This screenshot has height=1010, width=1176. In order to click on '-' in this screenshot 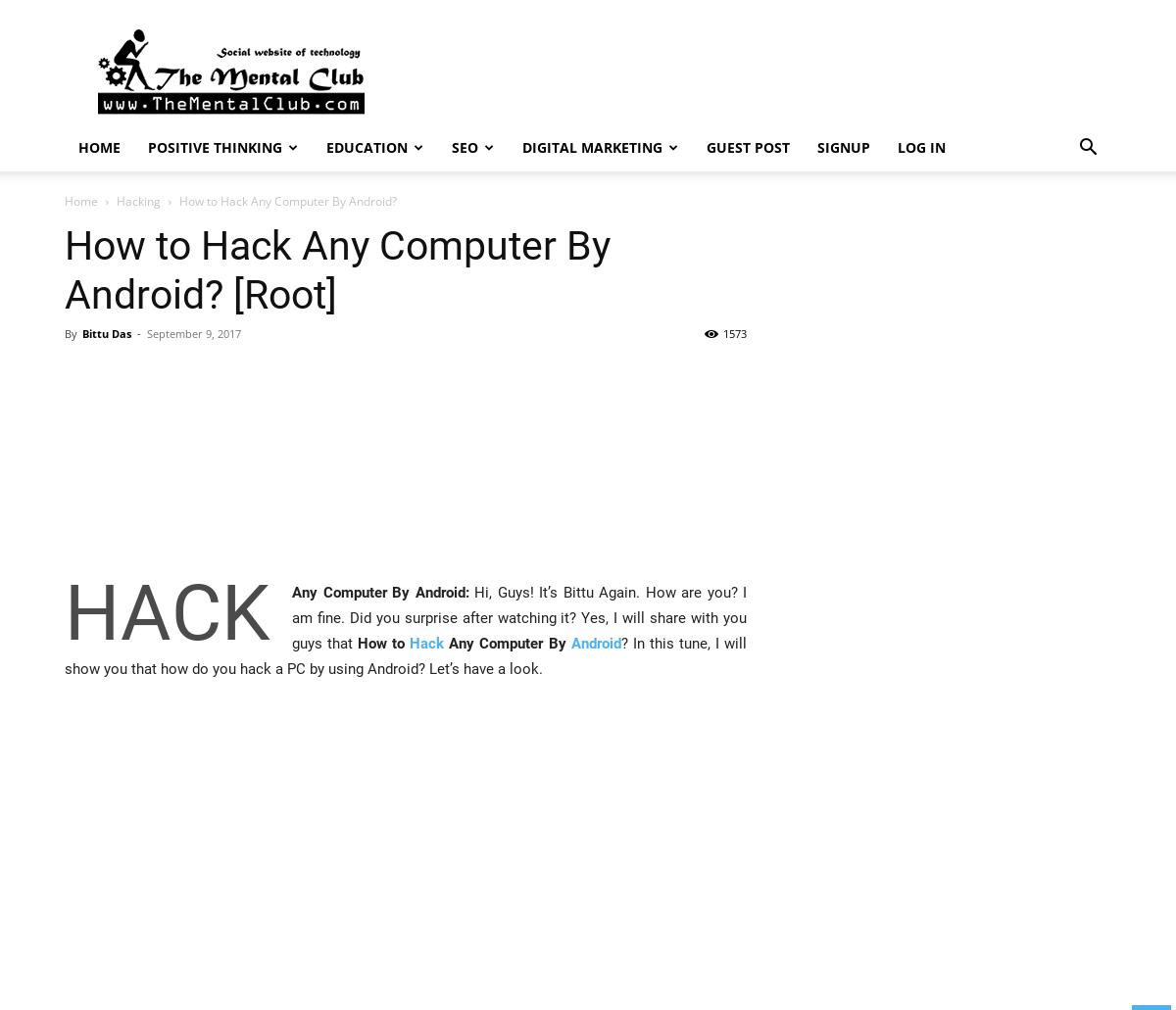, I will do `click(137, 332)`.